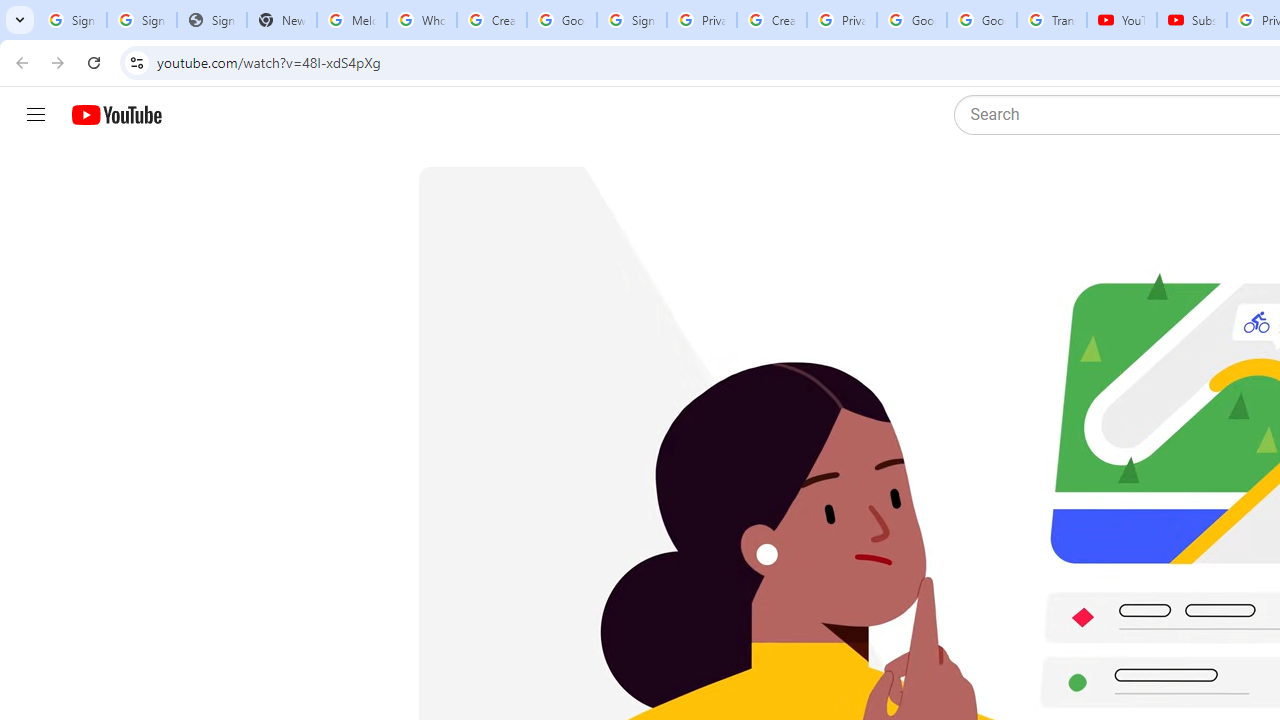 Image resolution: width=1280 pixels, height=720 pixels. Describe the element at coordinates (630, 20) in the screenshot. I see `'Sign in - Google Accounts'` at that location.